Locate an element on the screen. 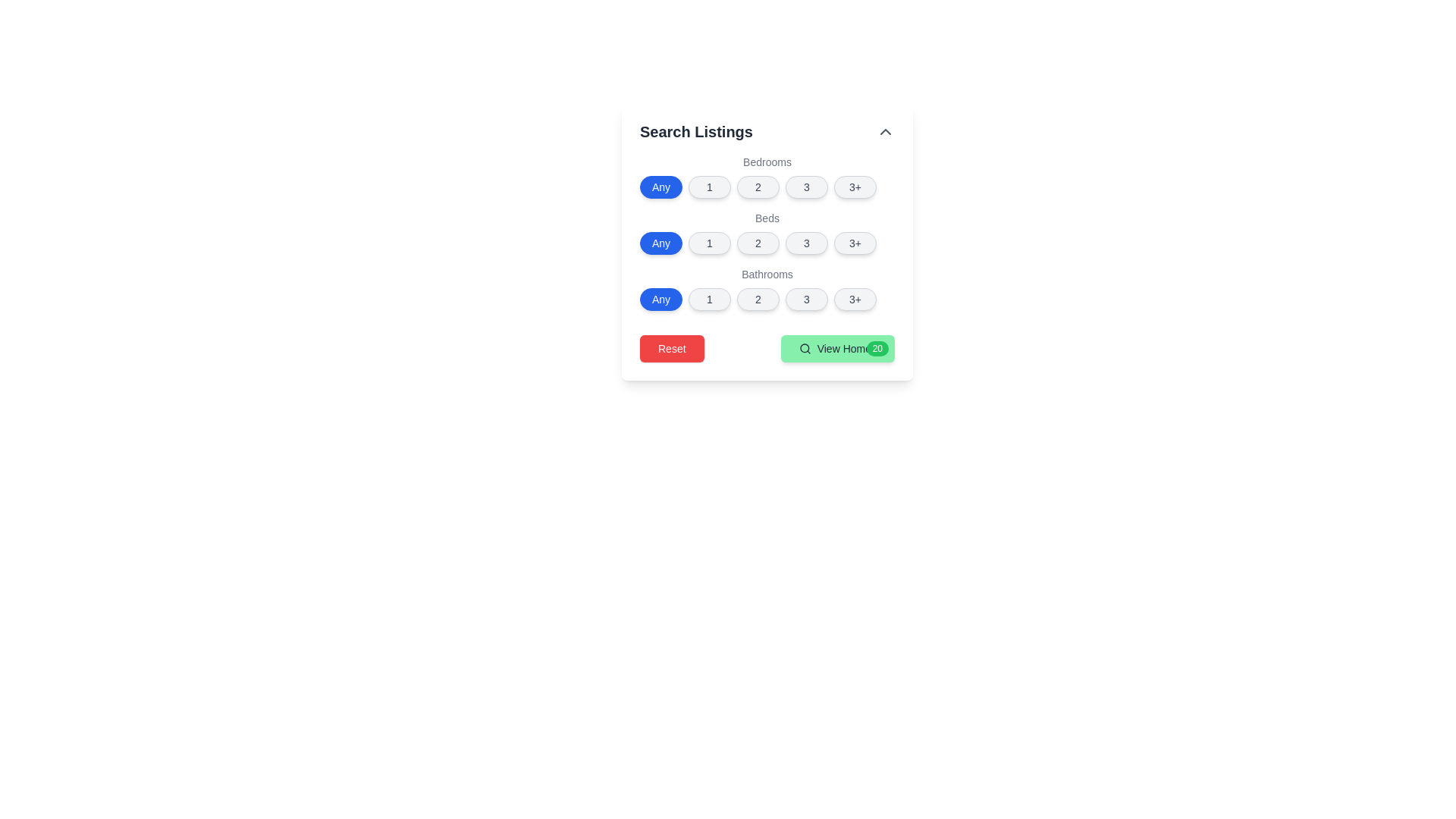 Image resolution: width=1456 pixels, height=819 pixels. the button labeled '3' with a rounded rectangular shape and a light gray background located in the search filter interface under the 'Bathrooms' section is located at coordinates (806, 299).